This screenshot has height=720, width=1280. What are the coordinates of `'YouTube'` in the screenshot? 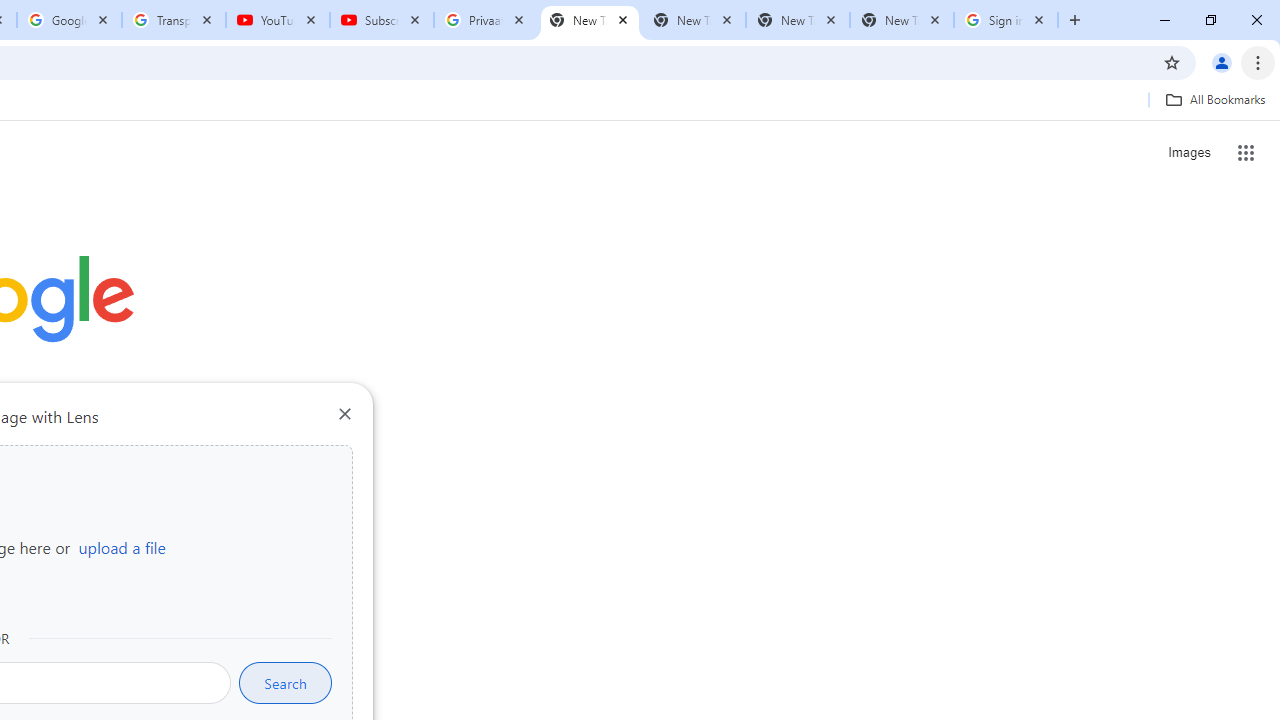 It's located at (277, 20).